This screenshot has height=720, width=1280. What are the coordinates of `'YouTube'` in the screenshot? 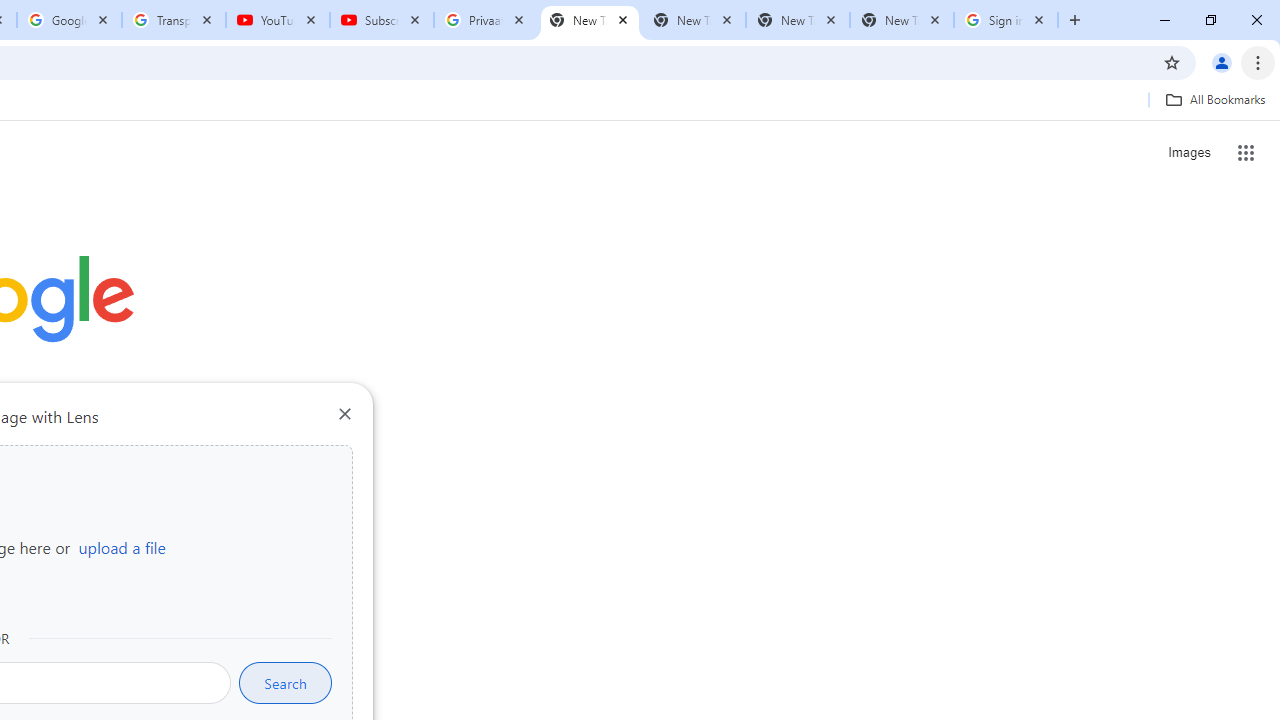 It's located at (277, 20).